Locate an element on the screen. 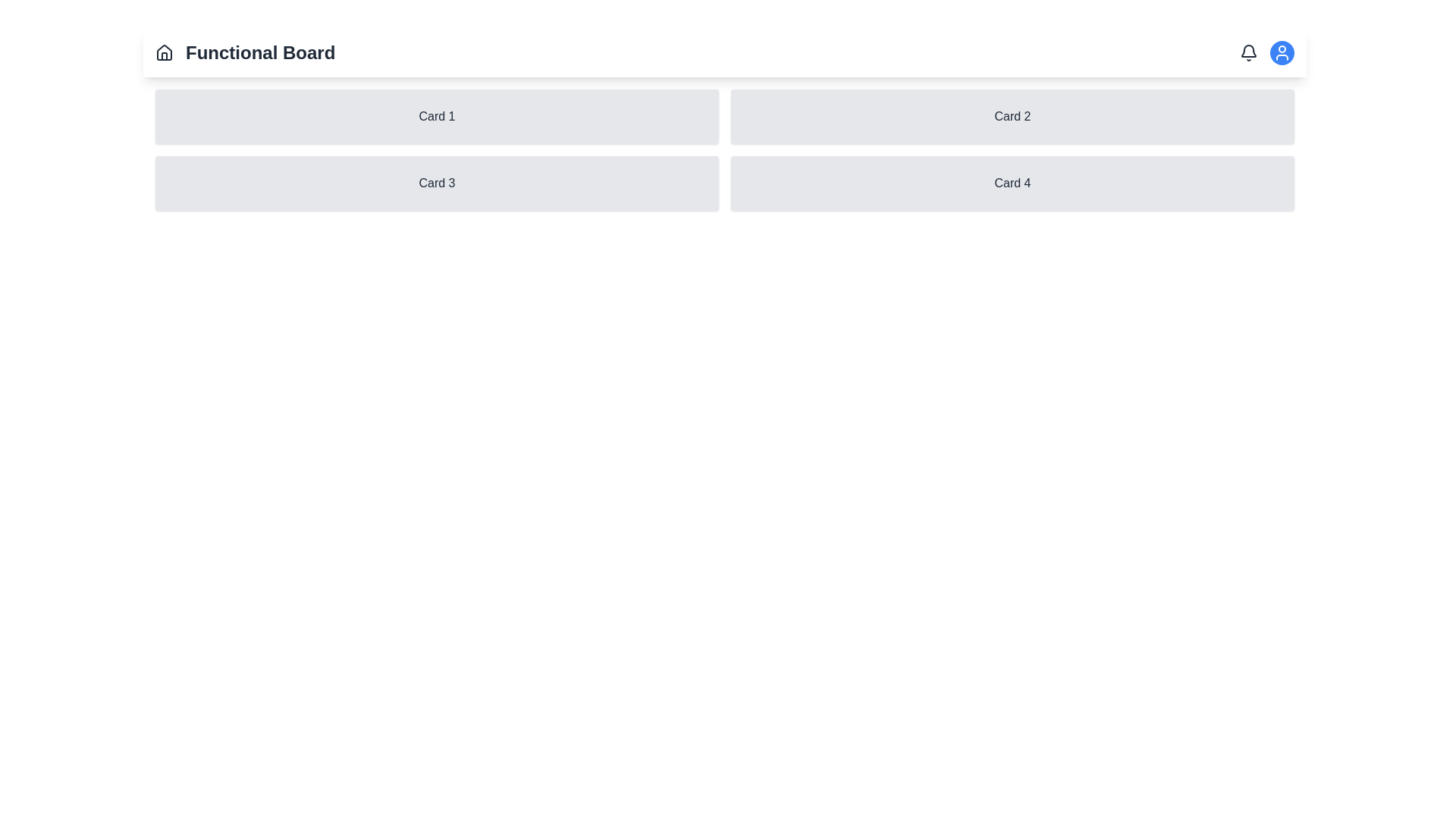  text content of the card located in the second column of the second row, which reads 'Card 4' is located at coordinates (1012, 183).